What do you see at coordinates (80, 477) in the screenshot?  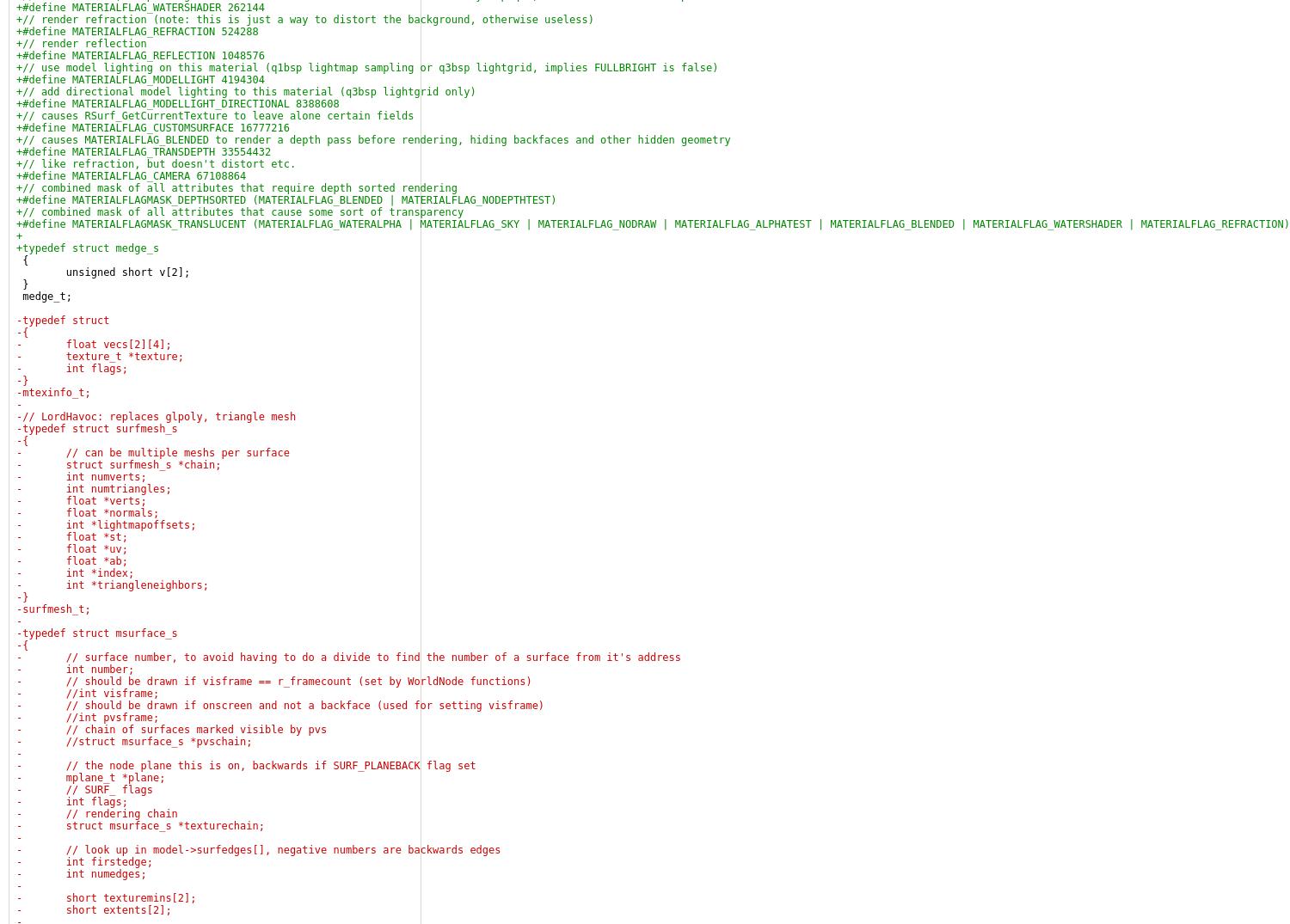 I see `'-       int numverts;'` at bounding box center [80, 477].